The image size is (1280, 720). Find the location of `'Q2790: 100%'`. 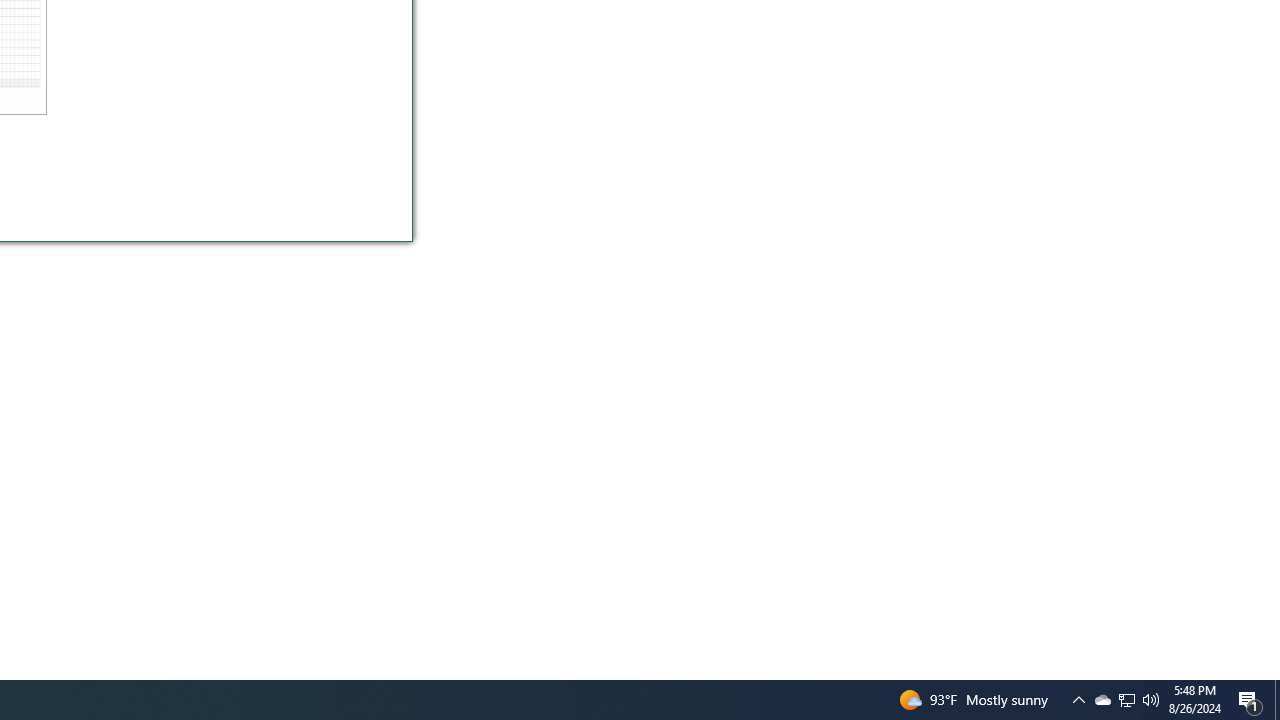

'Q2790: 100%' is located at coordinates (1151, 698).